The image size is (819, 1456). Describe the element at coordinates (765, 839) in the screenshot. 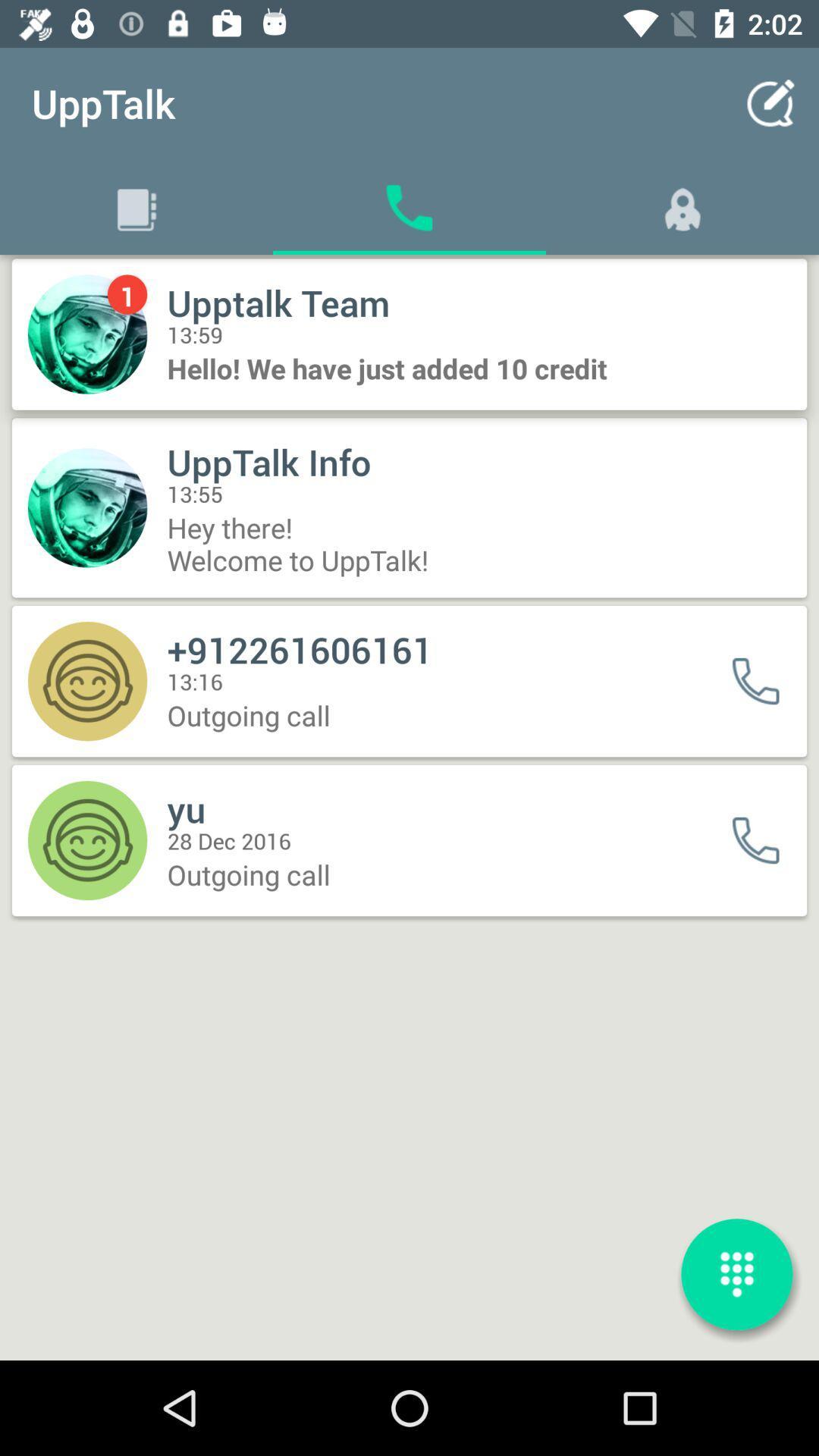

I see `dial user` at that location.